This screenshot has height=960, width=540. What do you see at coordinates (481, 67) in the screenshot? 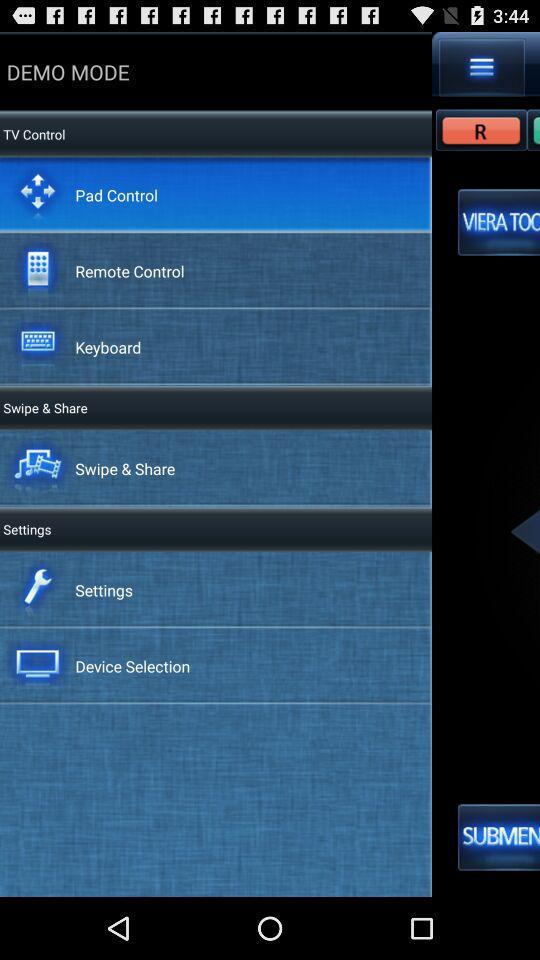
I see `see more options` at bounding box center [481, 67].